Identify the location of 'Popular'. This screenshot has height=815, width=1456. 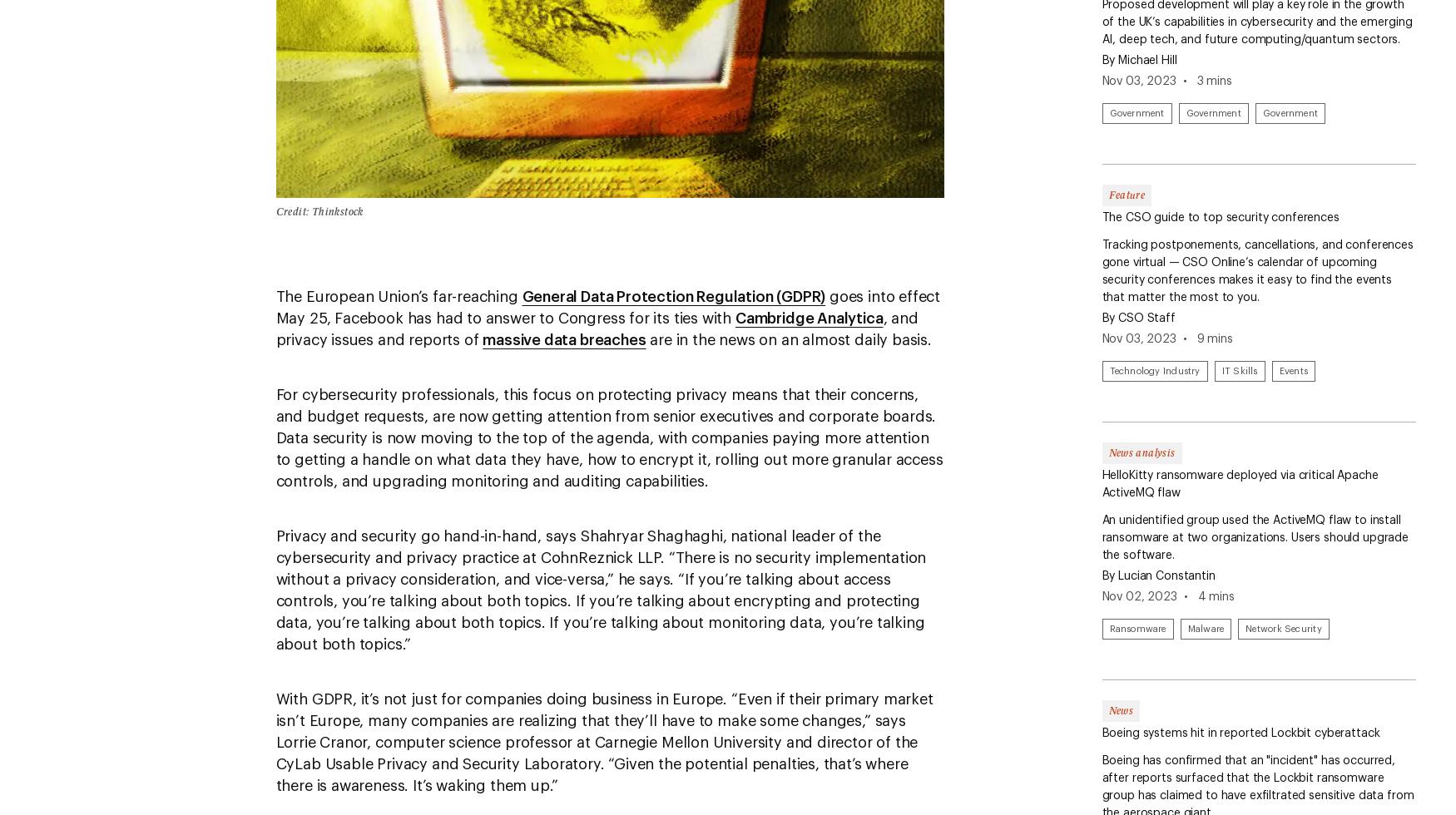
(38, 94).